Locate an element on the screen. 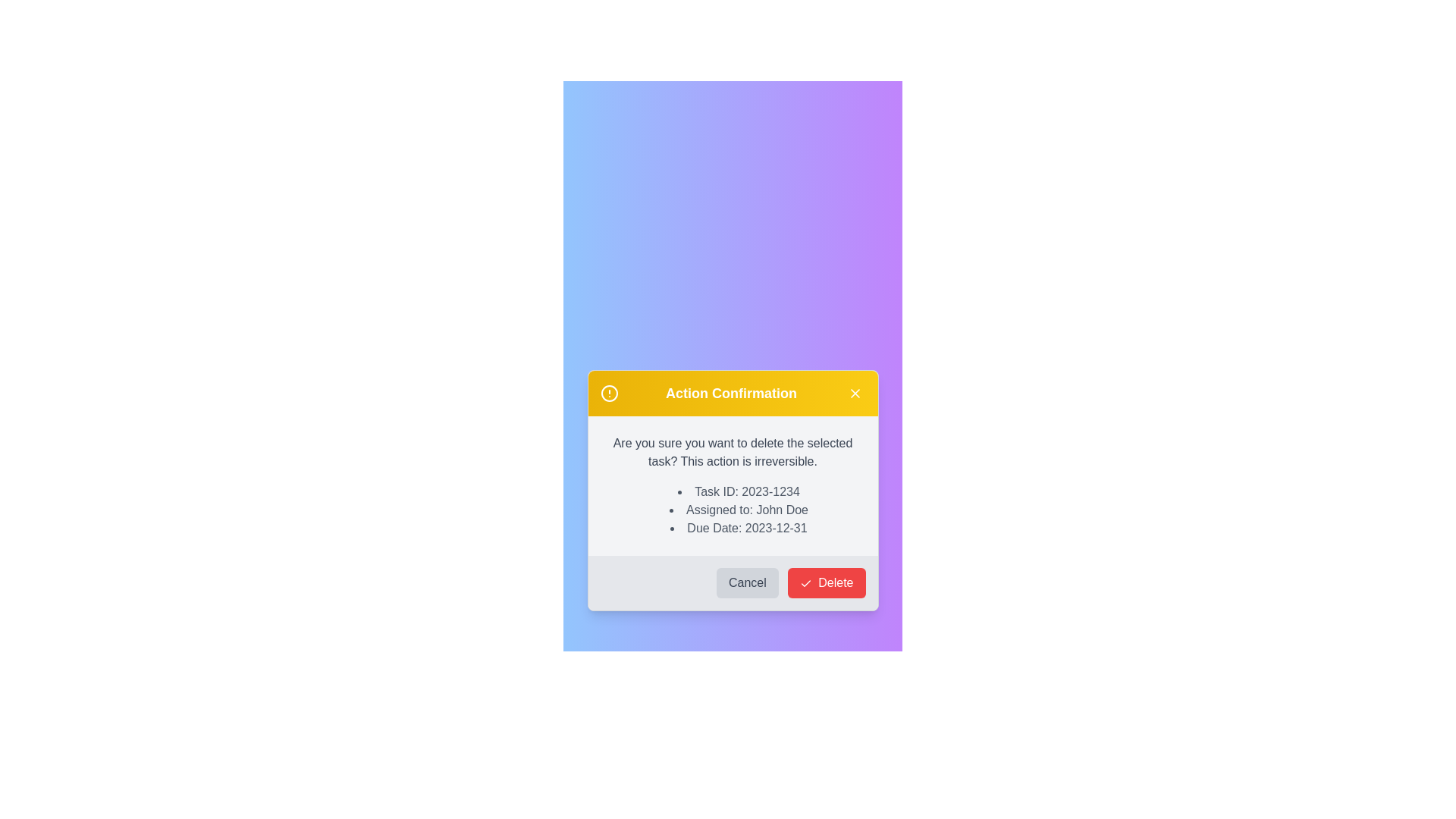 This screenshot has width=1456, height=819. the static text displaying the name of the individual assigned to a specific task, located as the second item in a bulleted list within a confirmation dialog is located at coordinates (739, 510).